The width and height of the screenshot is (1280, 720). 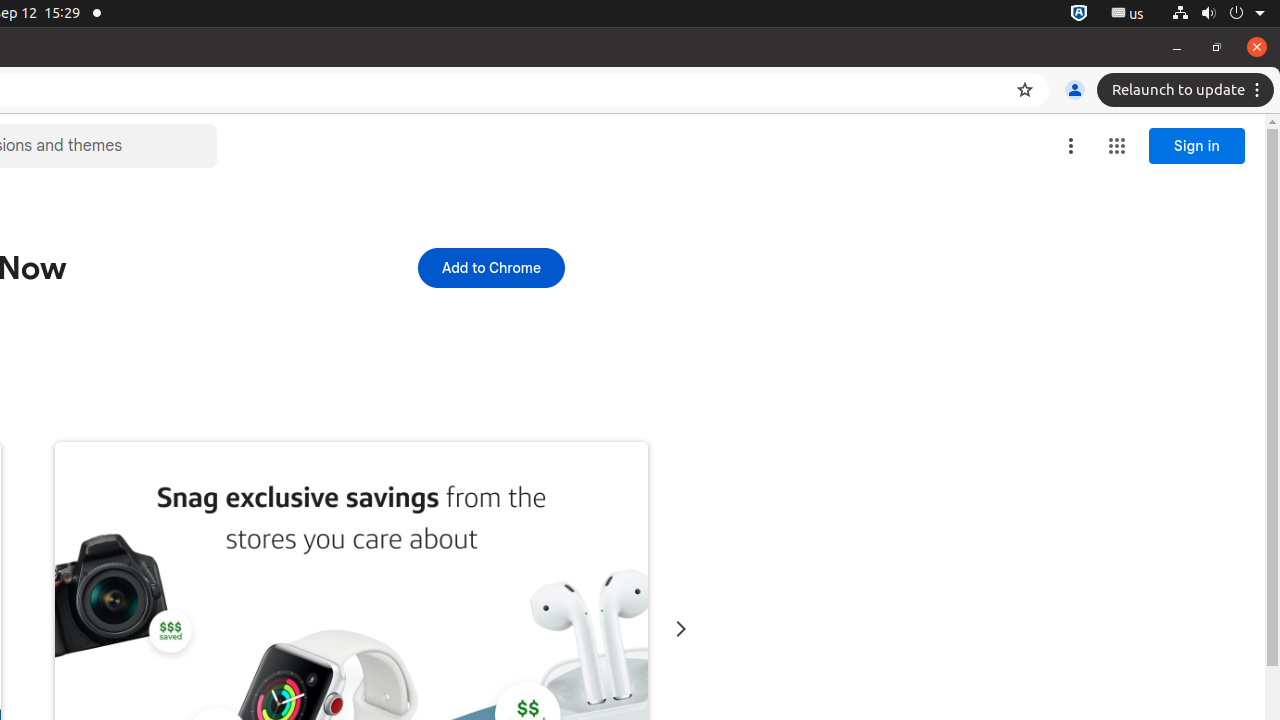 I want to click on ':1.72/StatusNotifierItem', so click(x=1078, y=13).